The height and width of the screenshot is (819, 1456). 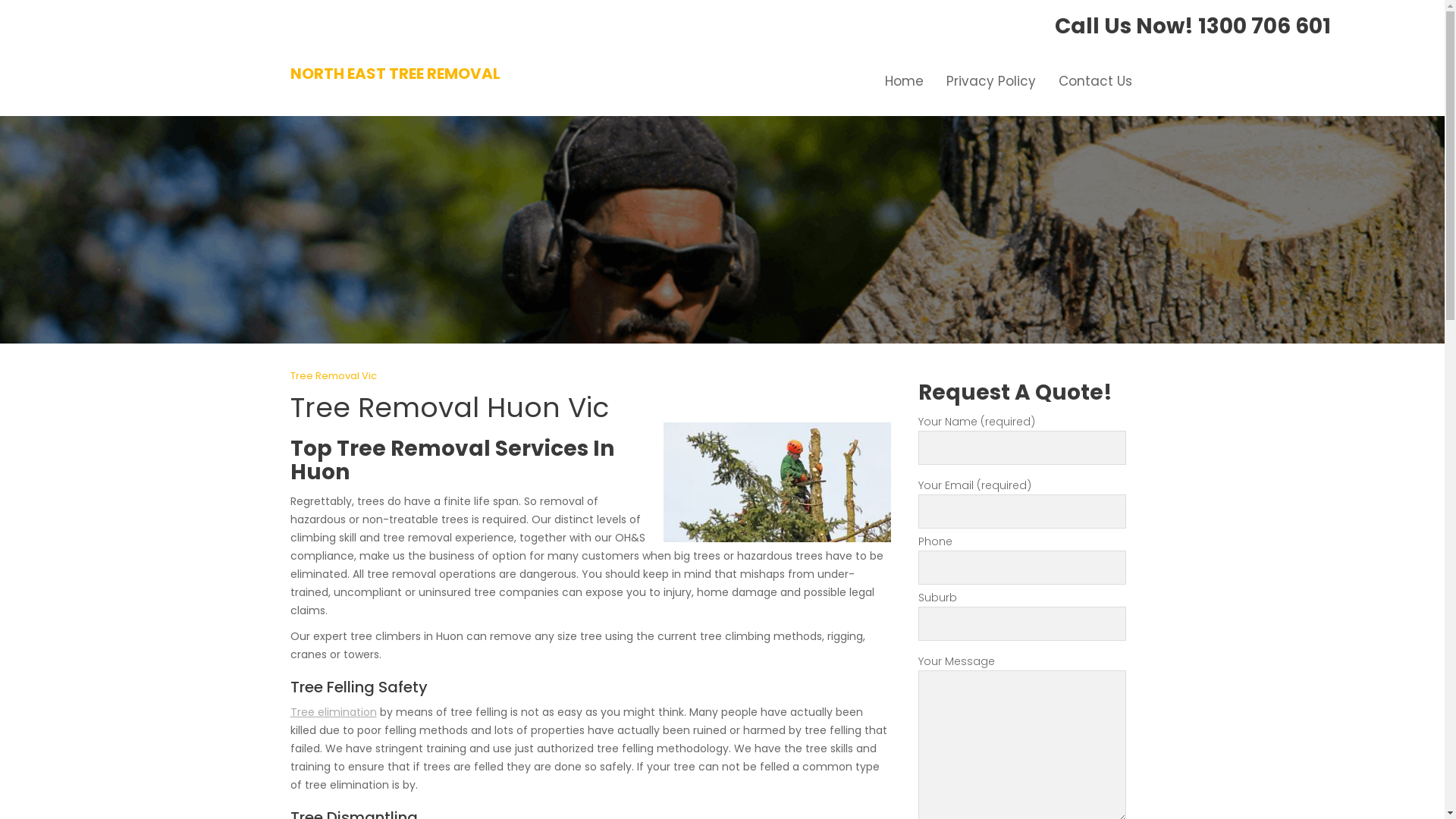 I want to click on 'Tree elimination', so click(x=290, y=711).